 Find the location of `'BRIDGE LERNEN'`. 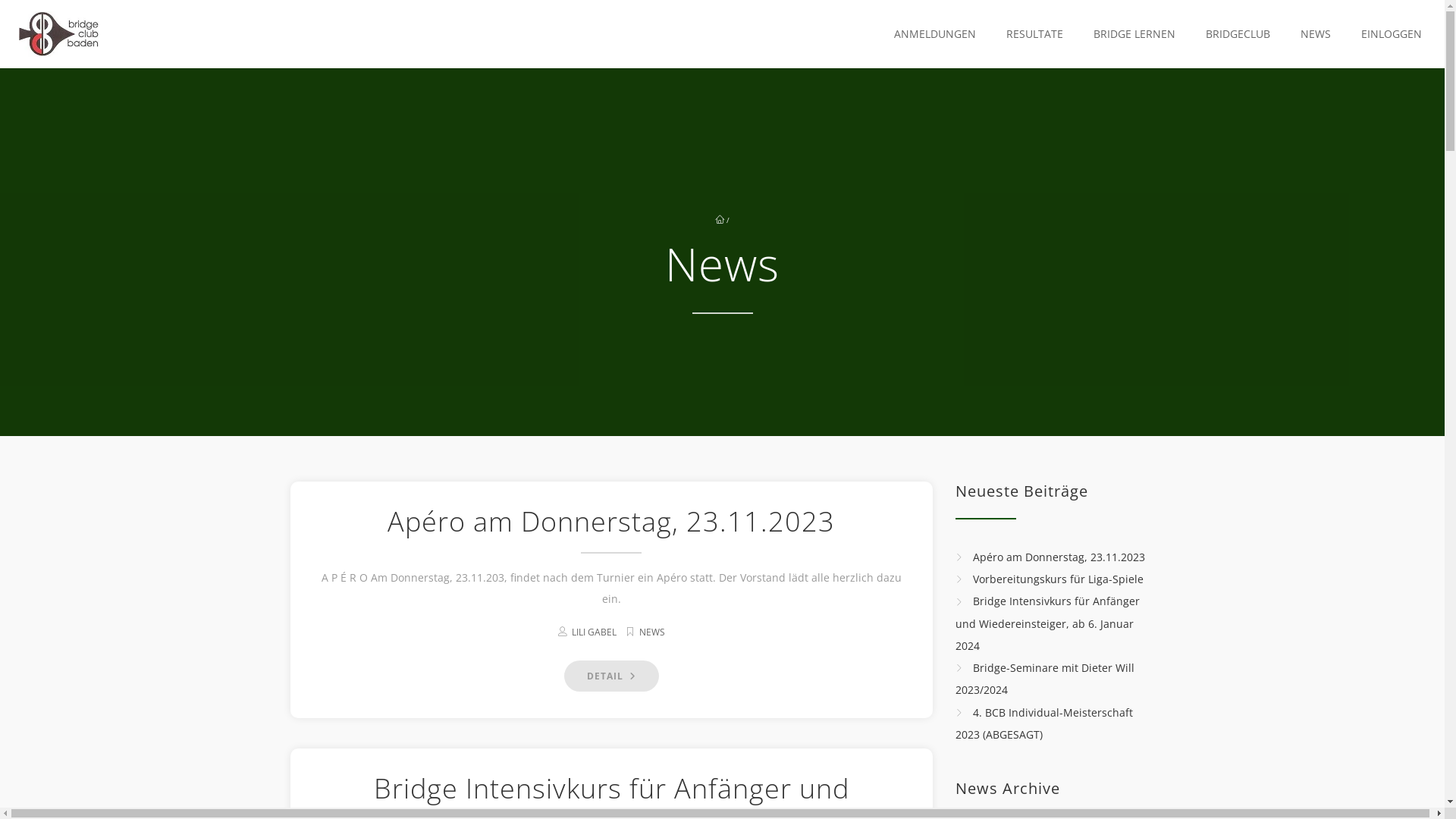

'BRIDGE LERNEN' is located at coordinates (1131, 34).